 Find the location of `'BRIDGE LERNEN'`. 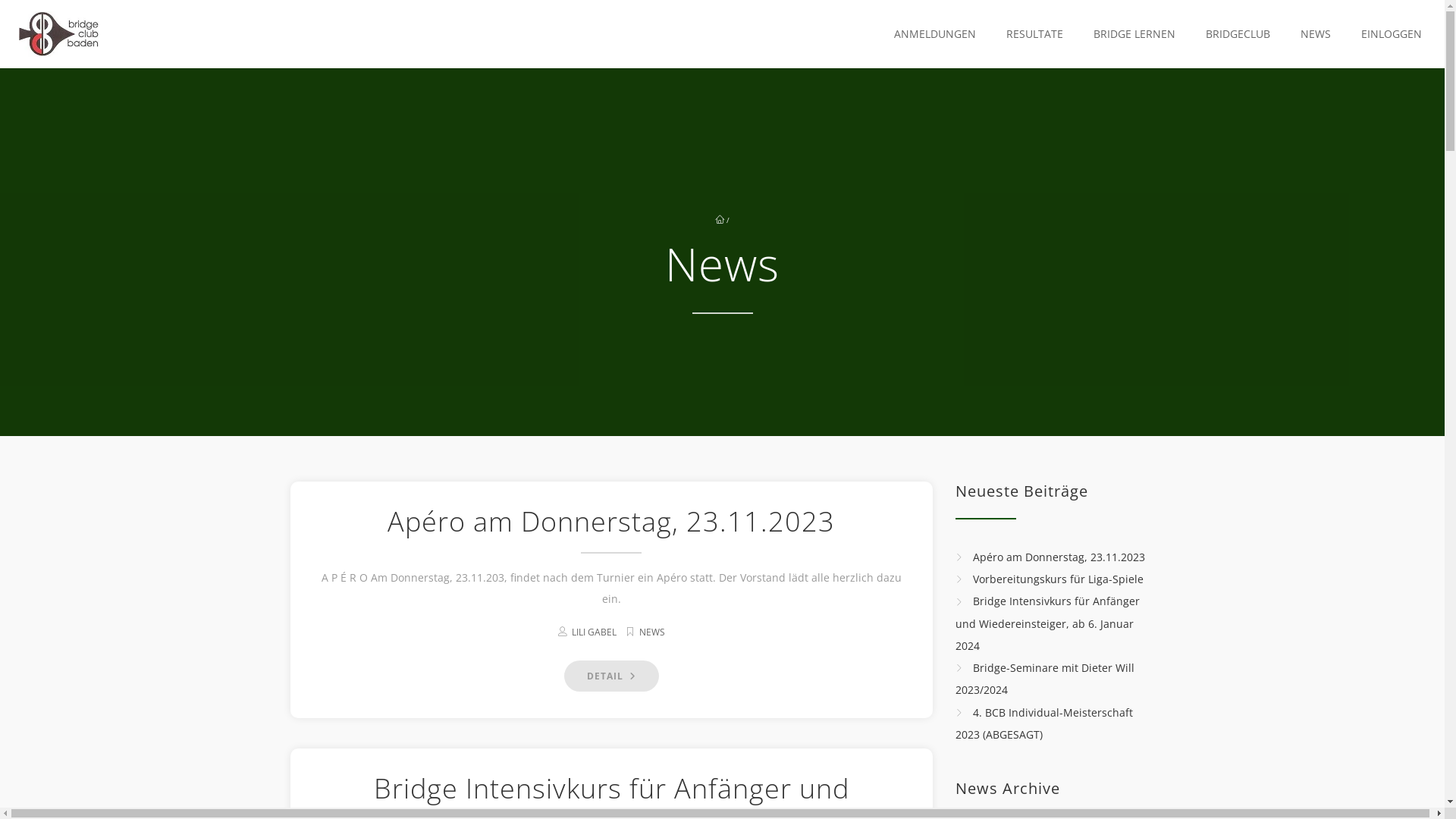

'BRIDGE LERNEN' is located at coordinates (1131, 34).